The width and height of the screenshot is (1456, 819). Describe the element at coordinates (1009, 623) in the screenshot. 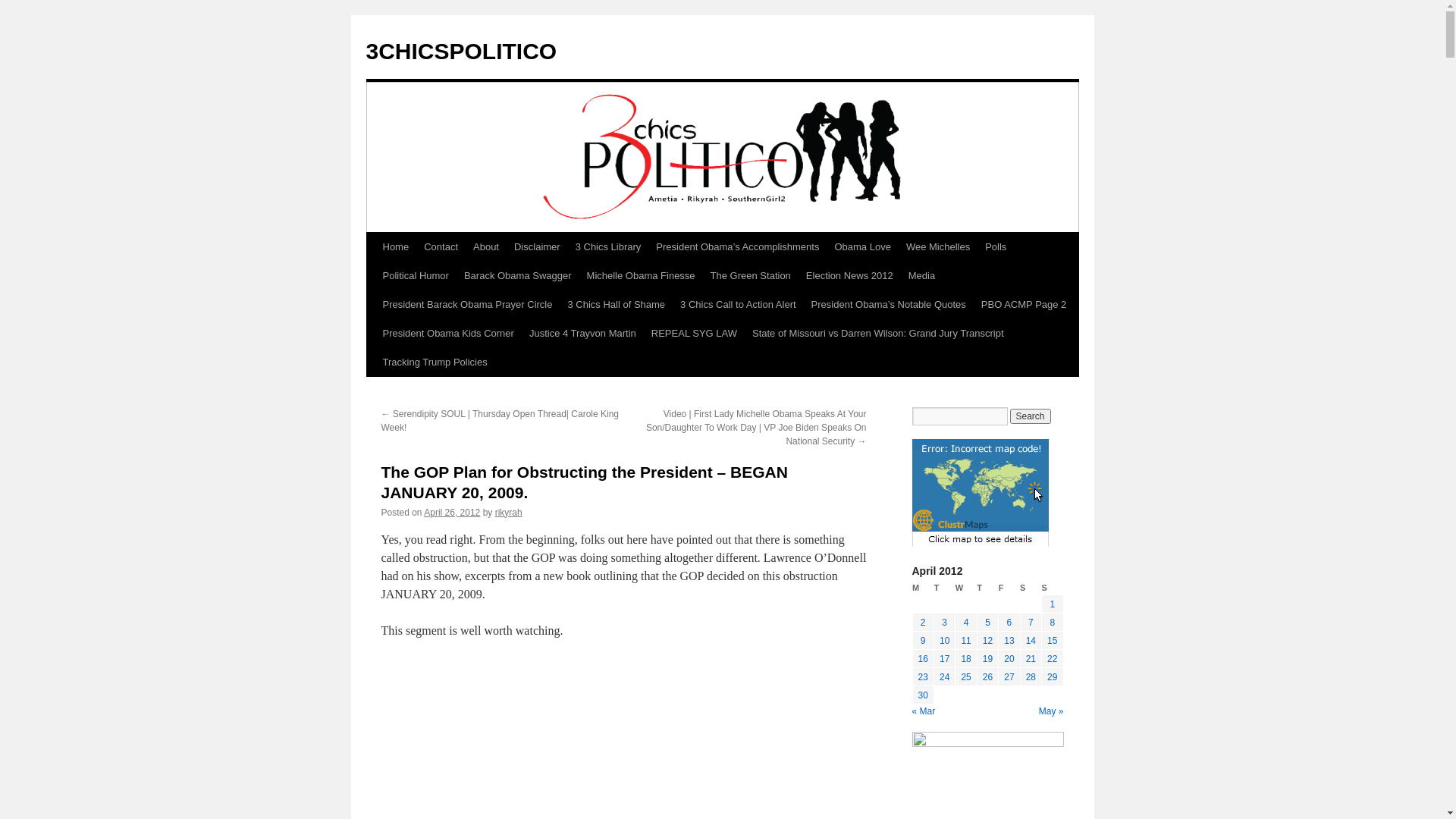

I see `'6'` at that location.